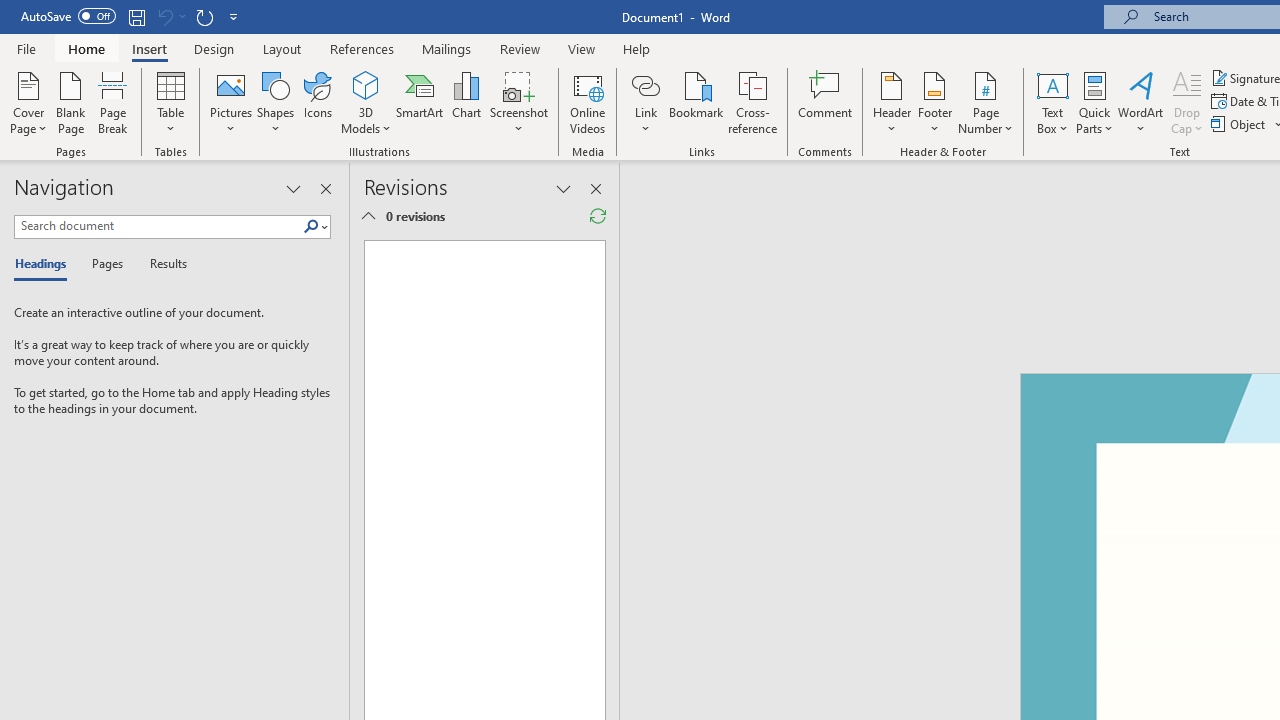 The image size is (1280, 720). What do you see at coordinates (645, 103) in the screenshot?
I see `'Link'` at bounding box center [645, 103].